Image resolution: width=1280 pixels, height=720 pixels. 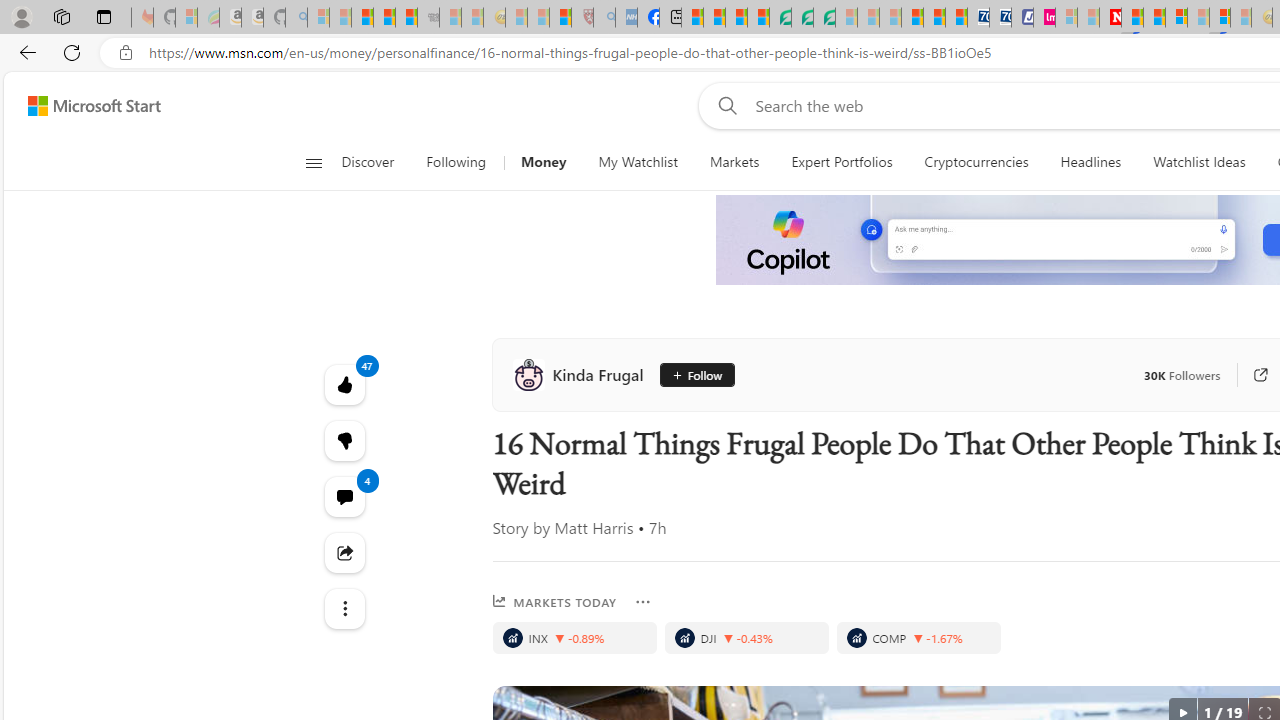 What do you see at coordinates (1199, 162) in the screenshot?
I see `'Watchlist Ideas'` at bounding box center [1199, 162].